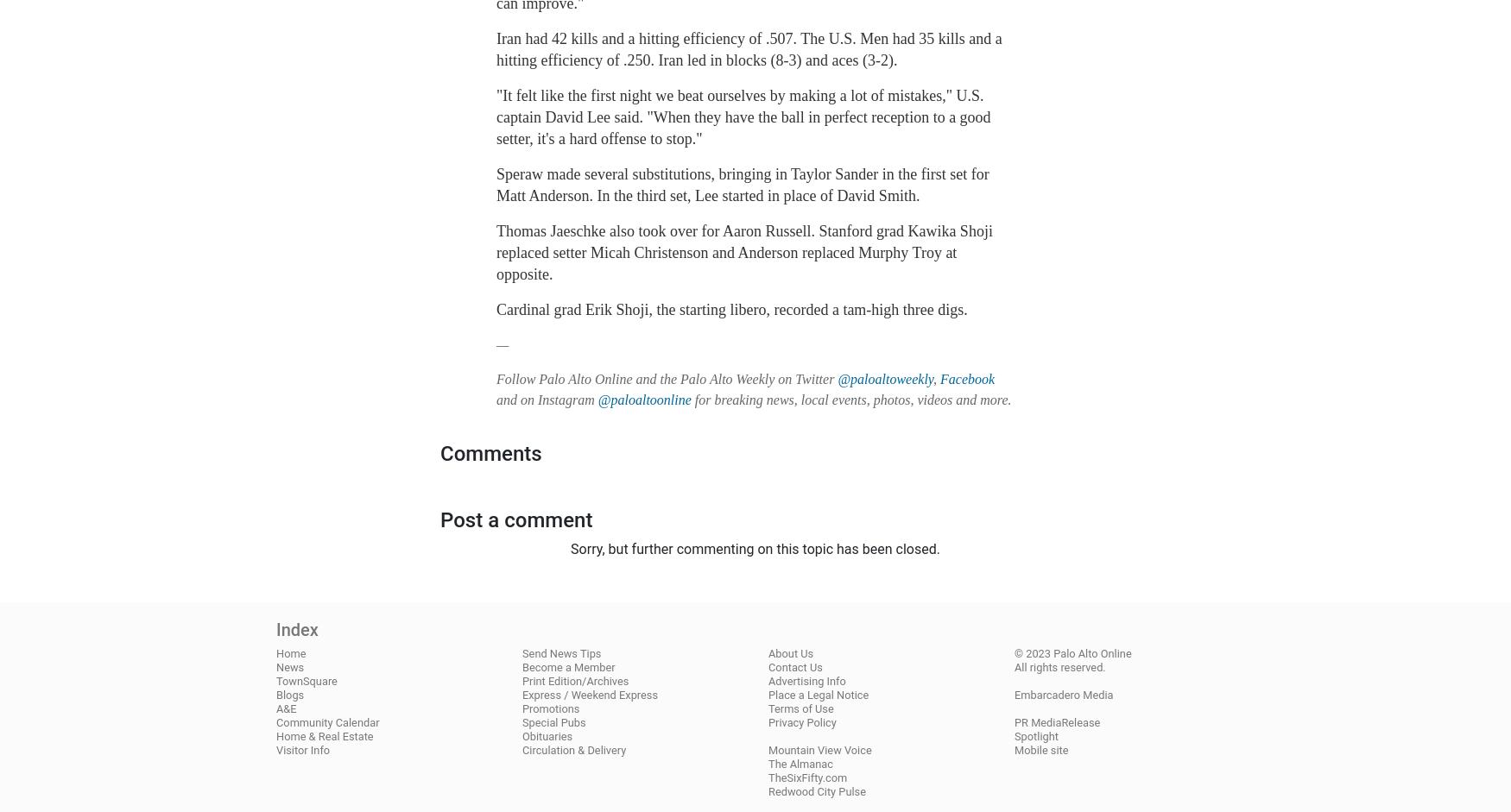 Image resolution: width=1511 pixels, height=812 pixels. I want to click on 'All rights reserved.', so click(1013, 666).